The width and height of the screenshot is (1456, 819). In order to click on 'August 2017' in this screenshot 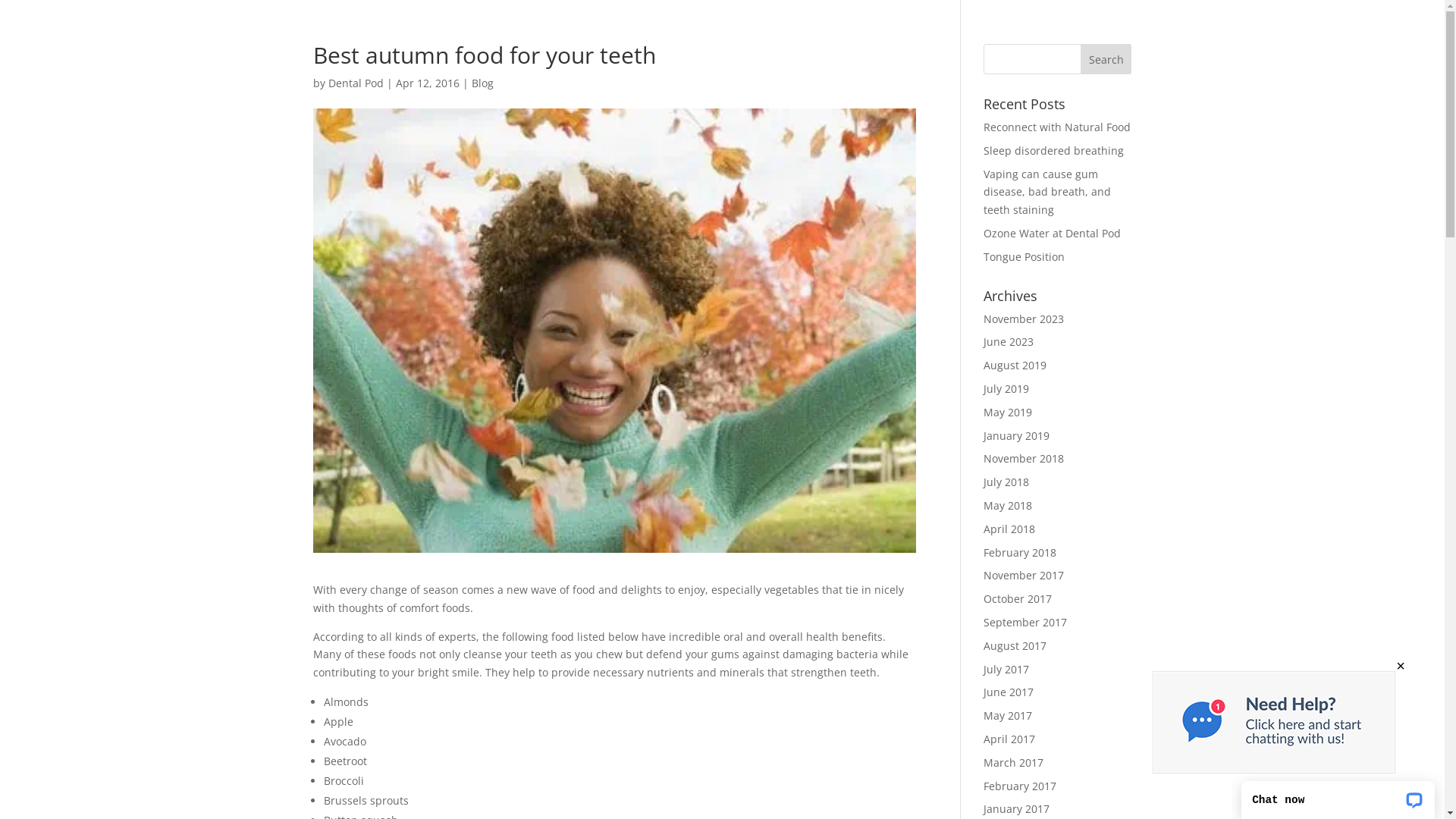, I will do `click(983, 645)`.